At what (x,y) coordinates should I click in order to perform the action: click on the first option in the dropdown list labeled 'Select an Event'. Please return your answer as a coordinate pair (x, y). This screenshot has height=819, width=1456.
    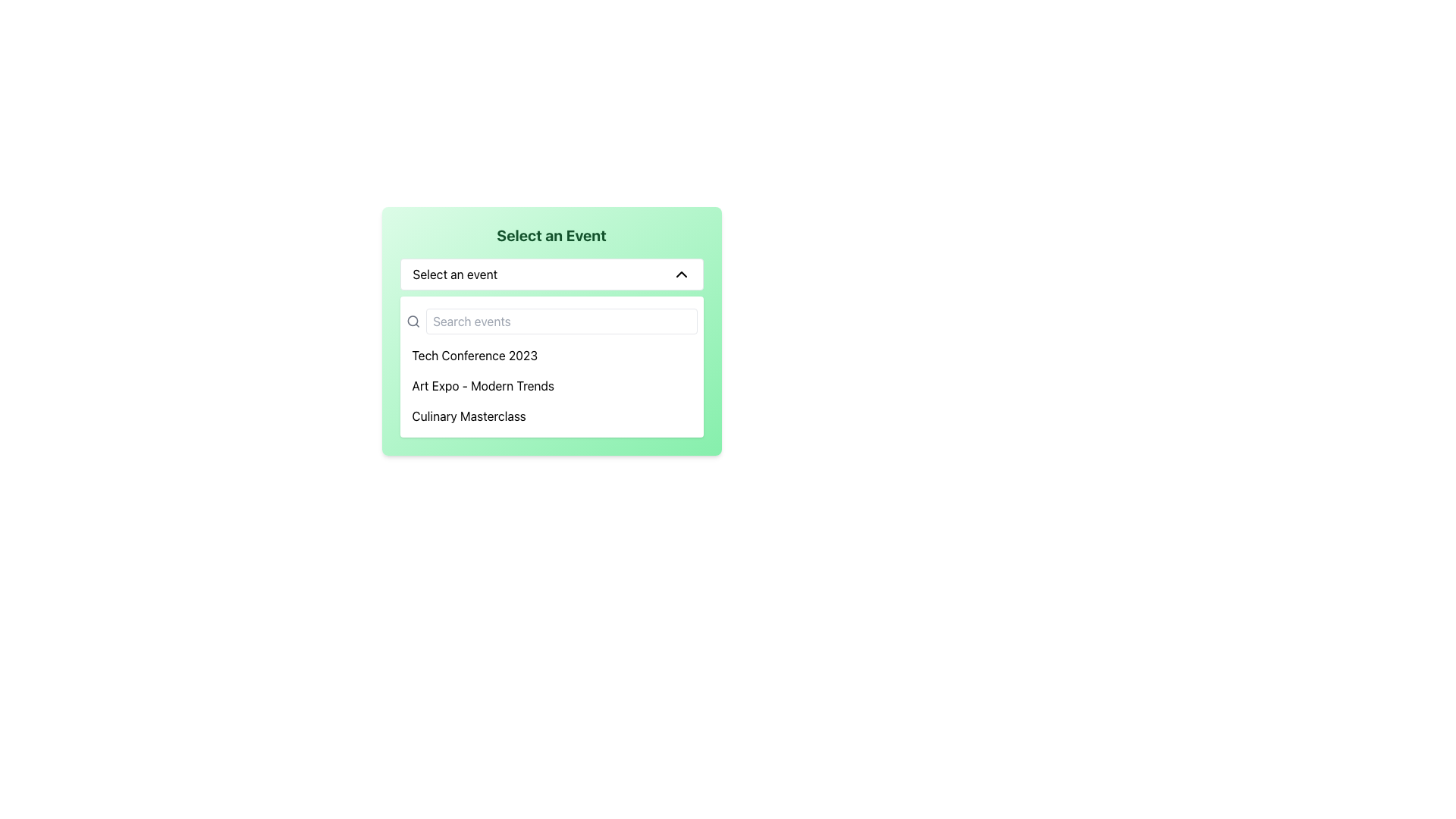
    Looking at the image, I should click on (473, 356).